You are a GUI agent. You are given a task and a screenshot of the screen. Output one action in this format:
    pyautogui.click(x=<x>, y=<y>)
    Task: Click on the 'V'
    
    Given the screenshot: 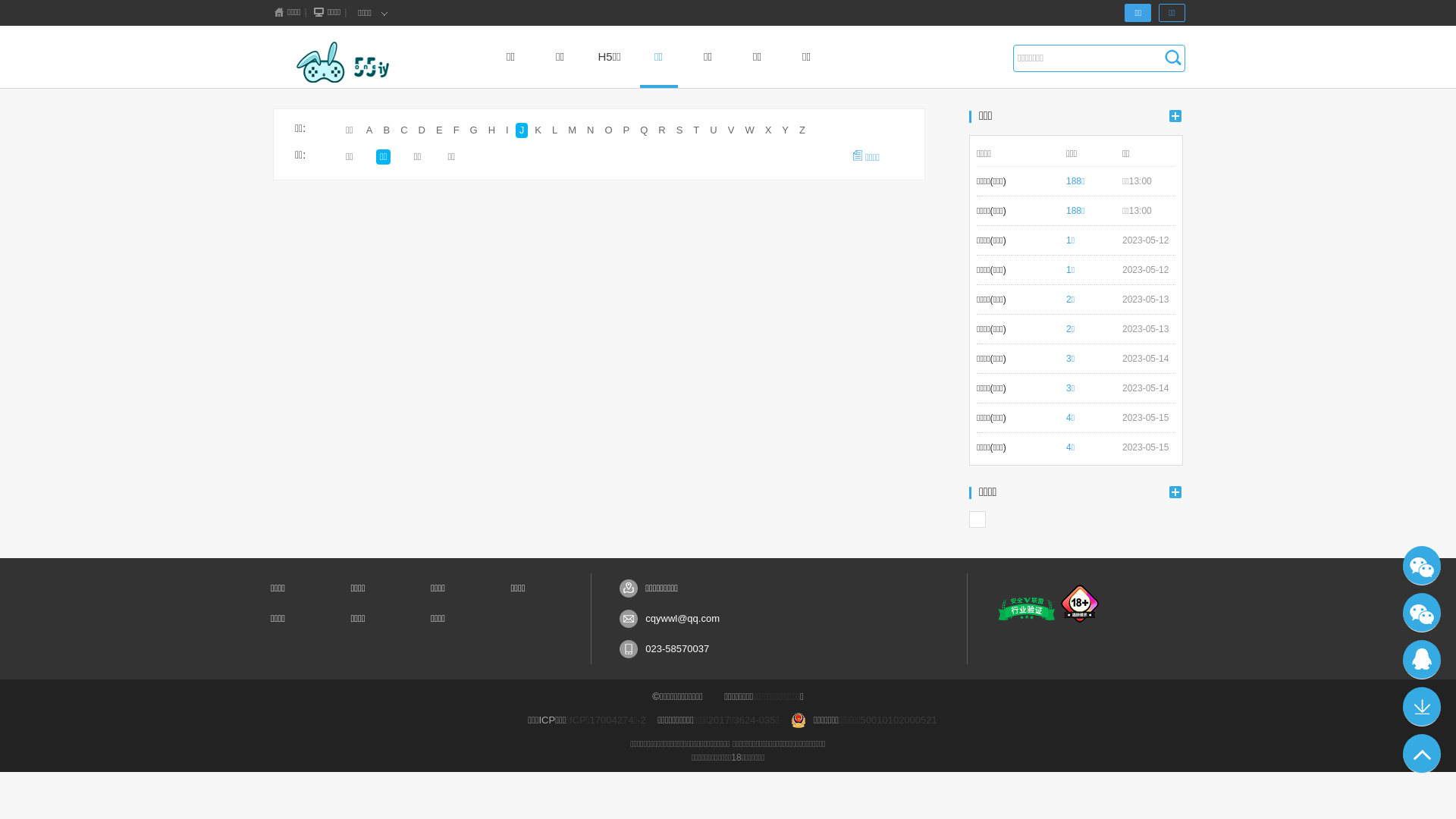 What is the action you would take?
    pyautogui.click(x=731, y=130)
    